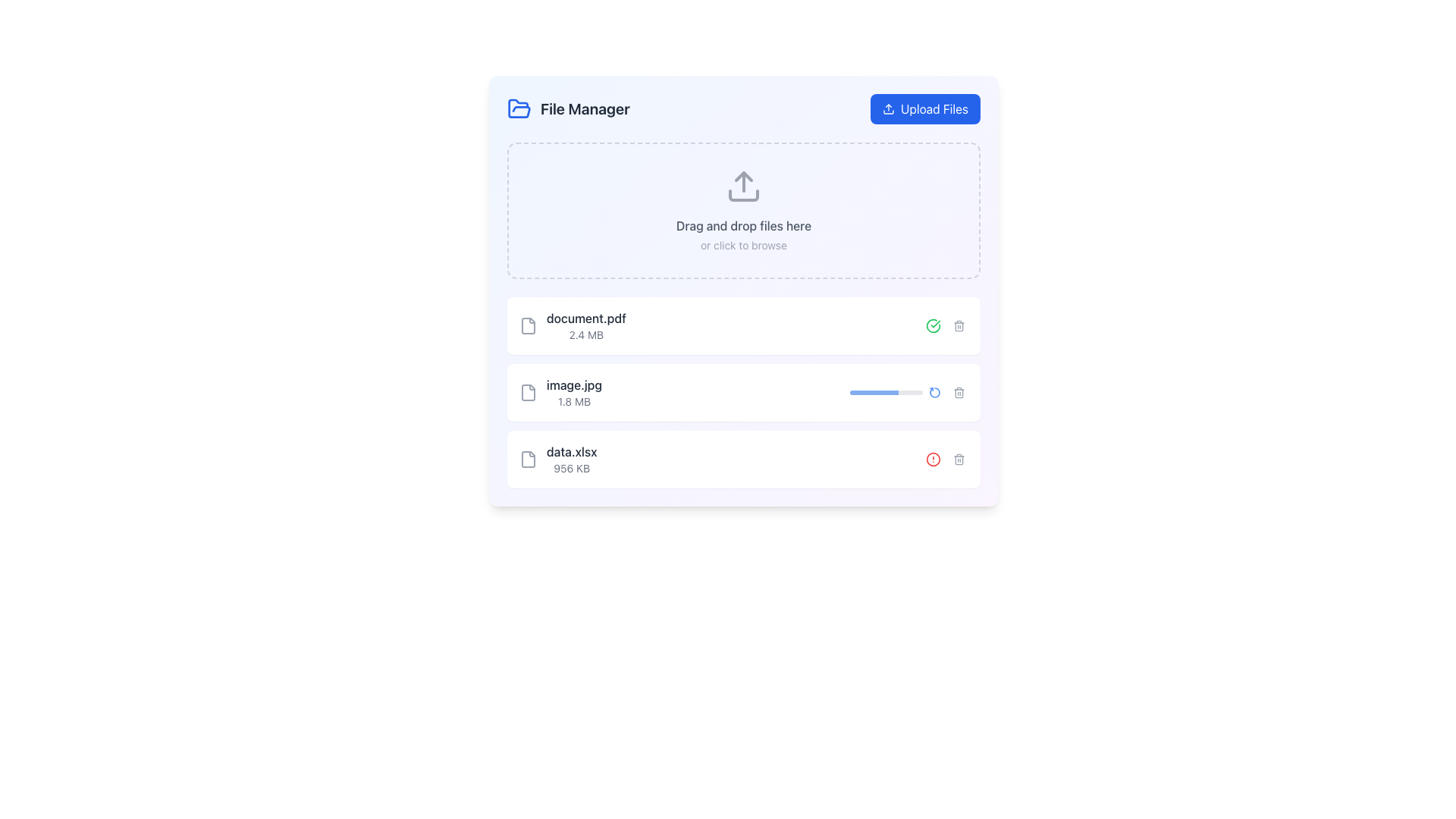 The width and height of the screenshot is (1456, 819). What do you see at coordinates (573, 384) in the screenshot?
I see `the text label displaying 'image.jpg' which is part of a file entry in the second row of the file list` at bounding box center [573, 384].